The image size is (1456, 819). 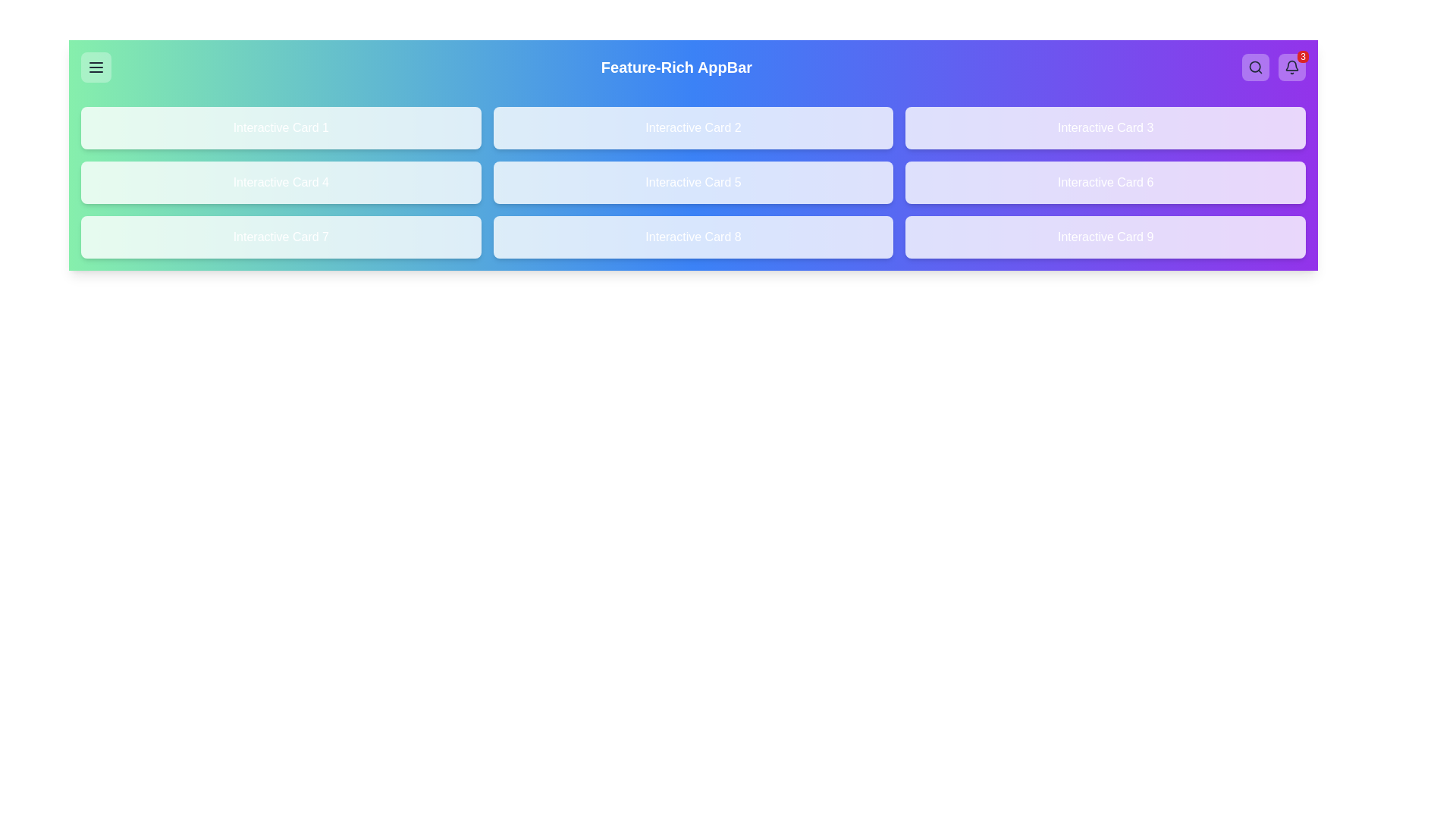 I want to click on the search button to initiate a search action, so click(x=1256, y=66).